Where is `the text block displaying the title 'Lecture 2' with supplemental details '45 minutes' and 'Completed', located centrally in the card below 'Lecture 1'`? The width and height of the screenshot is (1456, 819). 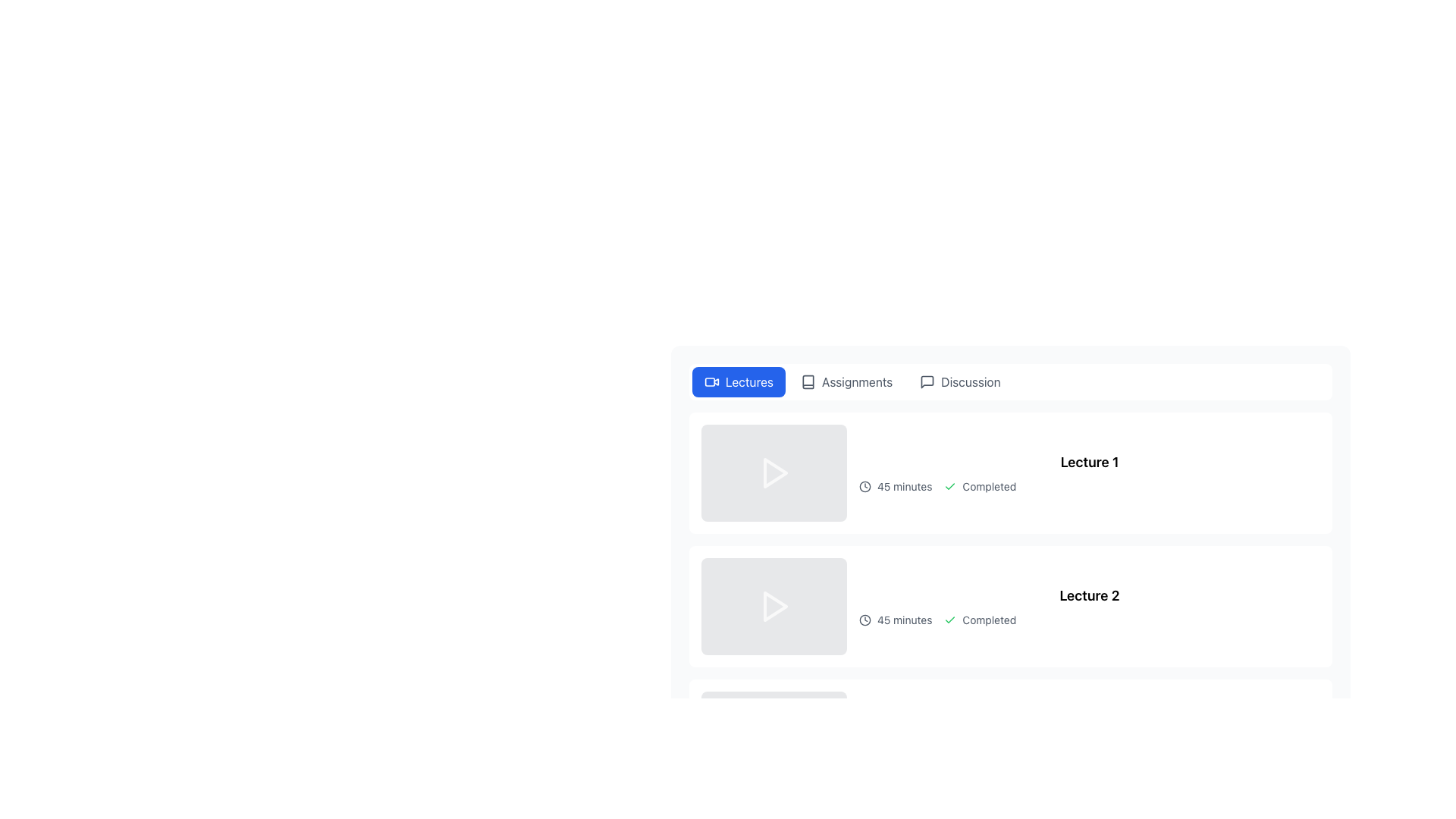
the text block displaying the title 'Lecture 2' with supplemental details '45 minutes' and 'Completed', located centrally in the card below 'Lecture 1' is located at coordinates (1088, 605).